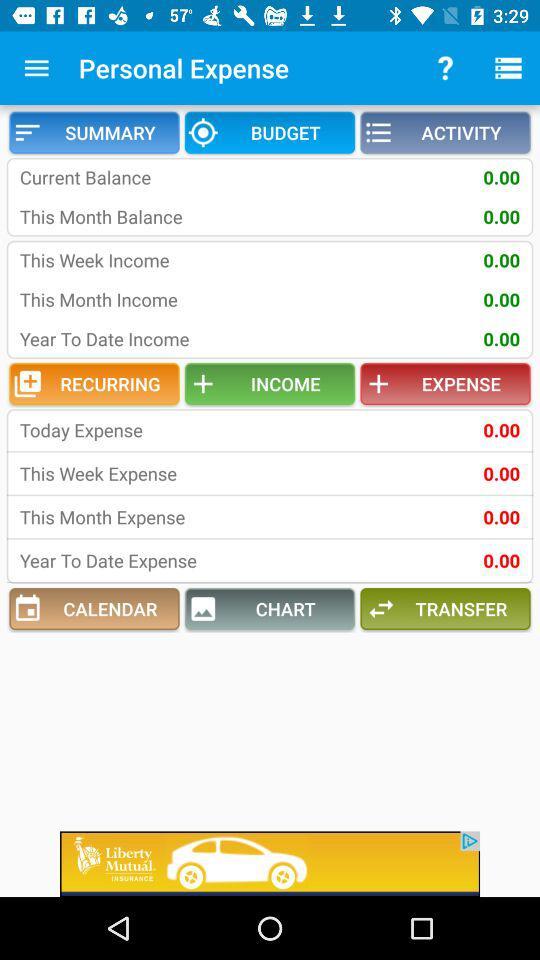 The width and height of the screenshot is (540, 960). What do you see at coordinates (445, 131) in the screenshot?
I see `the activity item` at bounding box center [445, 131].